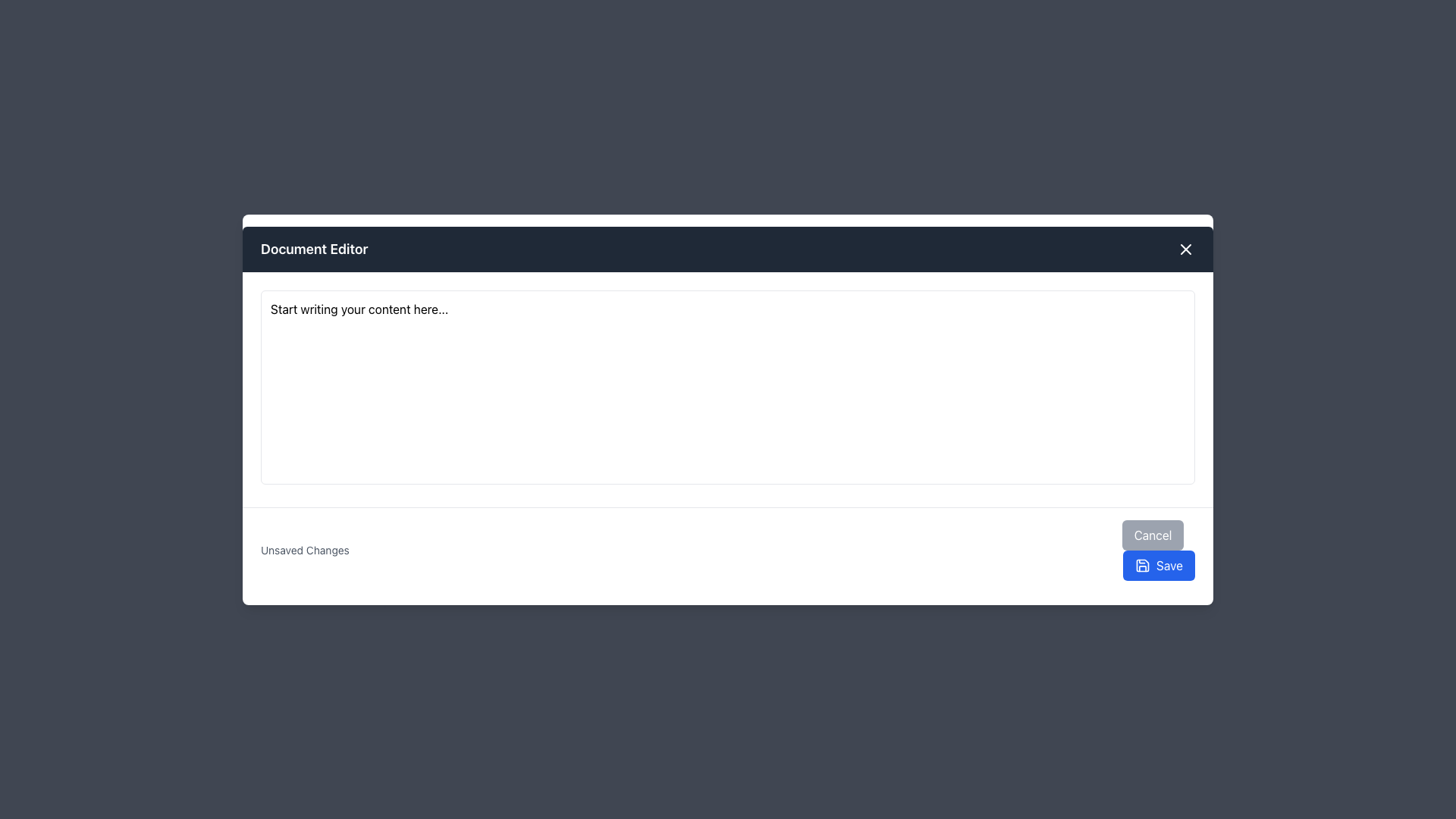 The width and height of the screenshot is (1456, 819). What do you see at coordinates (1143, 565) in the screenshot?
I see `the Graphics icon of the Save button located at the bottom-right of the modal dialog, which indicates its purpose to save changes or files` at bounding box center [1143, 565].